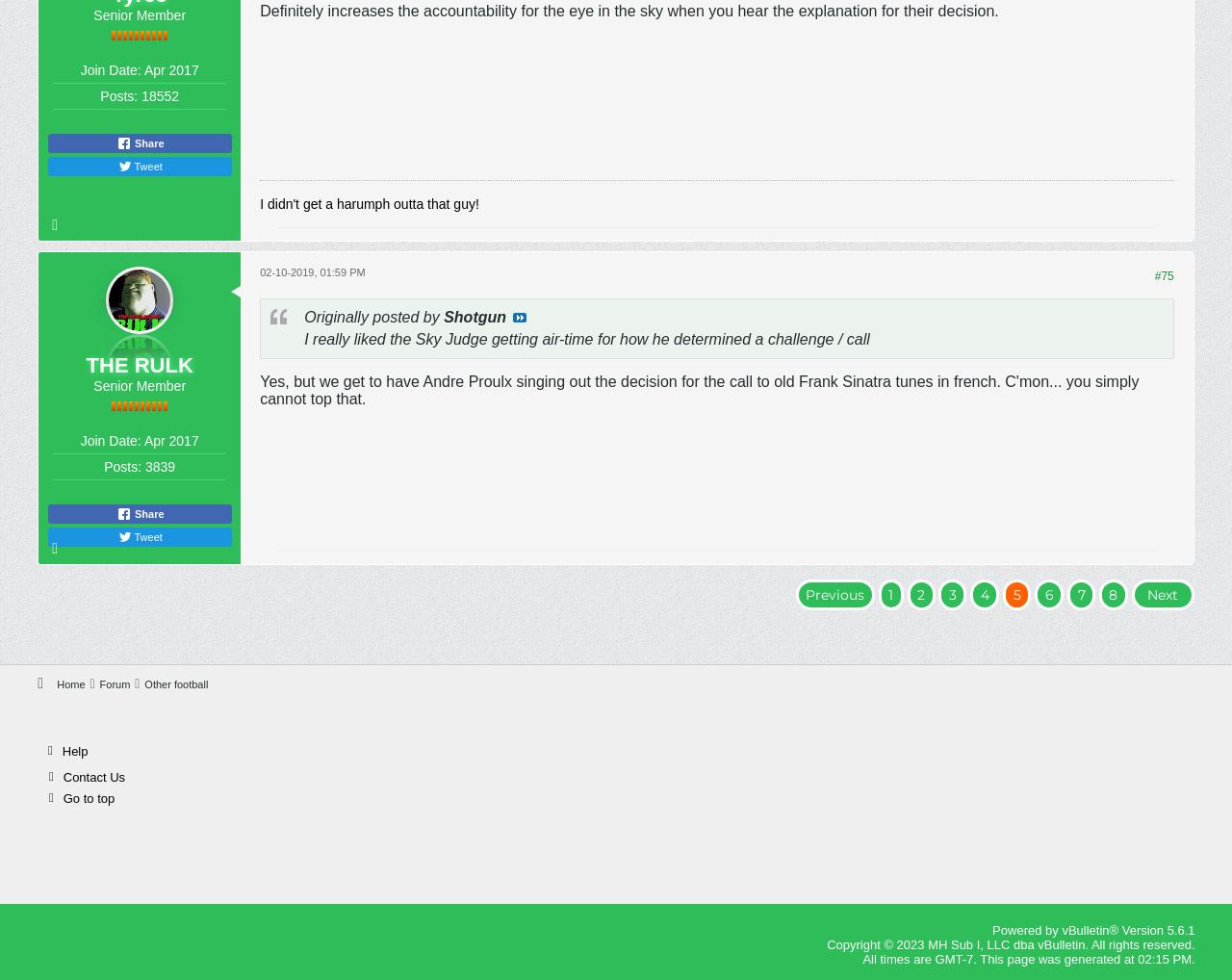 This screenshot has height=980, width=1232. Describe the element at coordinates (369, 202) in the screenshot. I see `'I didn't get a harumph outta that guy!'` at that location.